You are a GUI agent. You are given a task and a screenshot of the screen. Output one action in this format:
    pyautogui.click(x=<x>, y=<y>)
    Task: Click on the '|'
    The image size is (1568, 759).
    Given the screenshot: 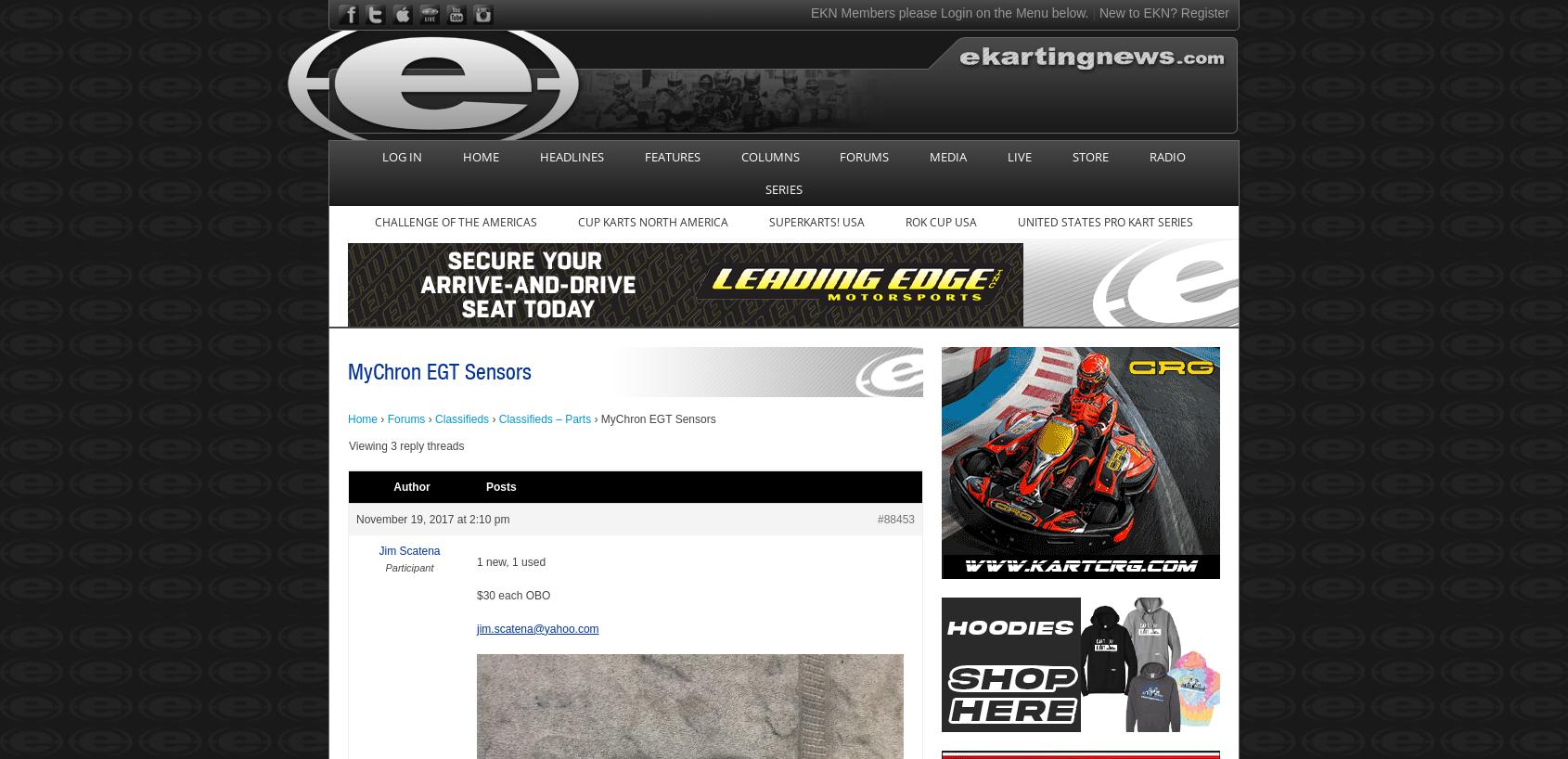 What is the action you would take?
    pyautogui.click(x=1093, y=11)
    